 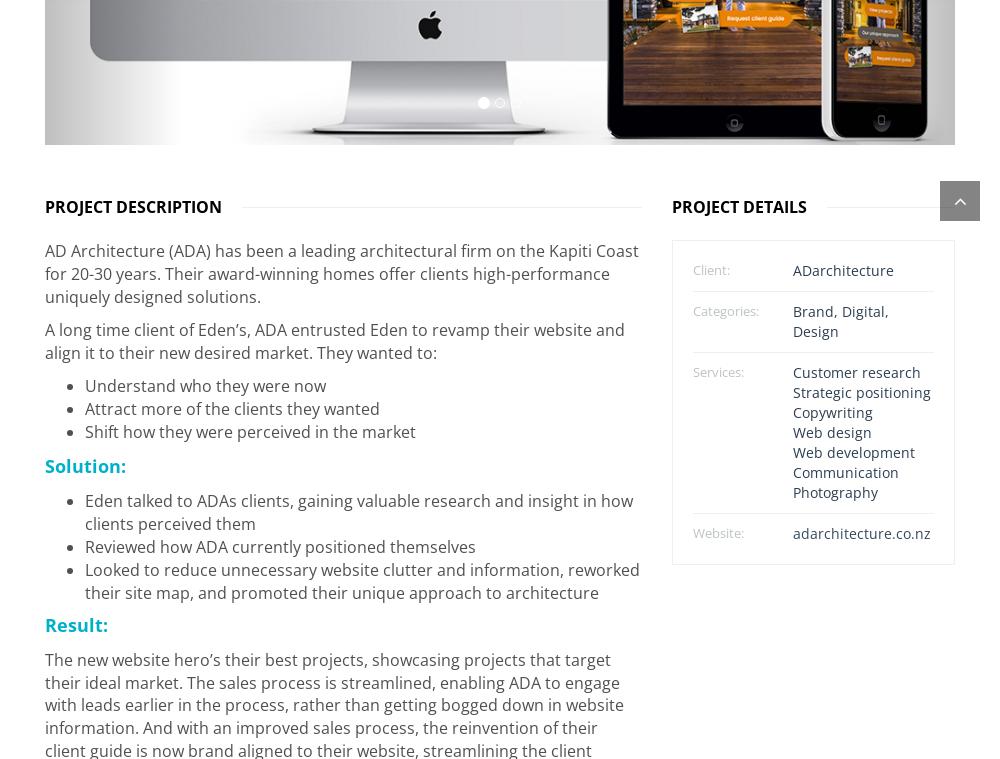 What do you see at coordinates (841, 261) in the screenshot?
I see `'ADarchitecture'` at bounding box center [841, 261].